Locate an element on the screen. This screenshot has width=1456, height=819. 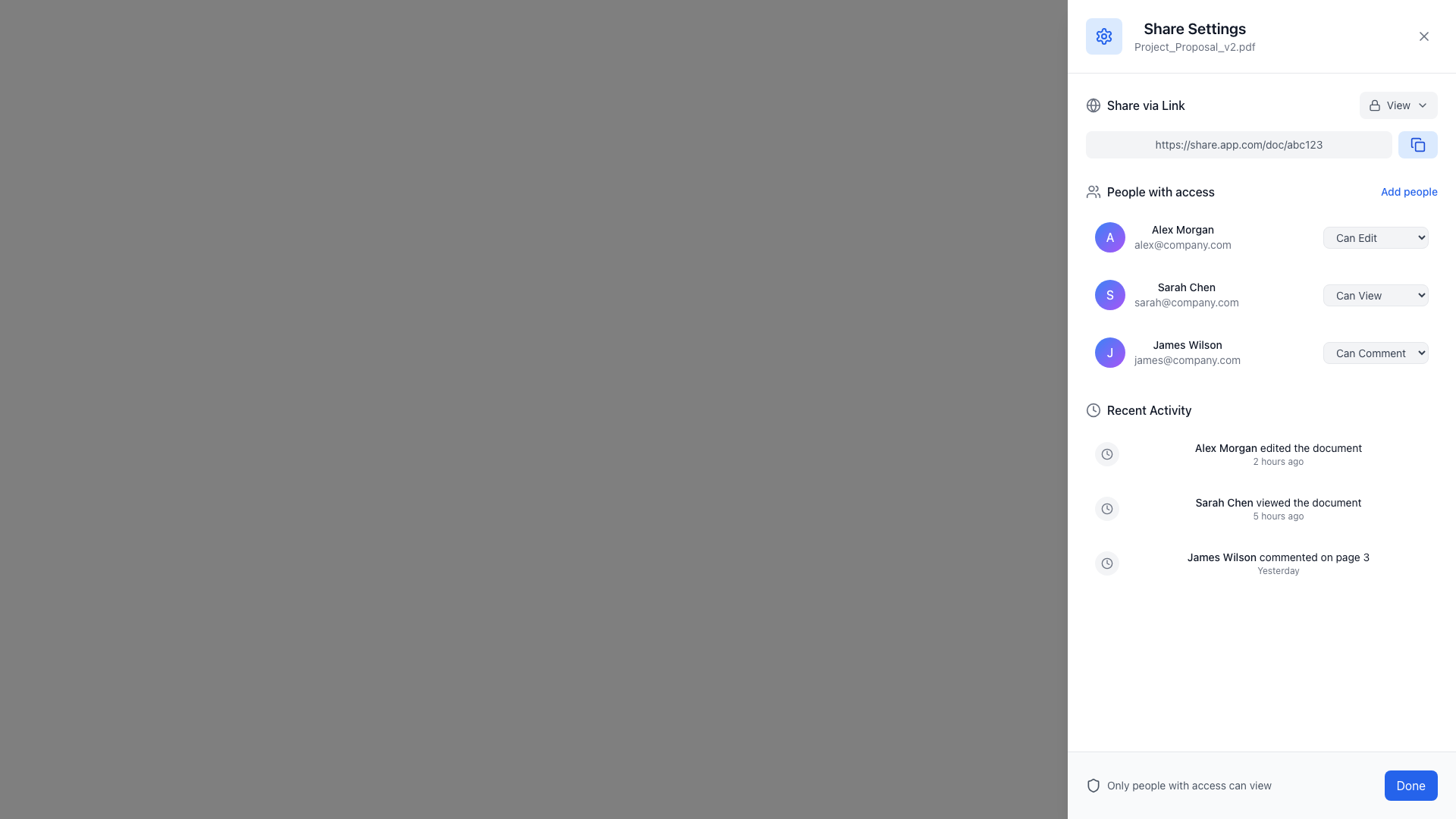
the Text label that serves as a header or title for the sharing settings in the side panel, located above the 'Project_Proposal_v2.pdf' label and to the right of the gear icon is located at coordinates (1194, 29).